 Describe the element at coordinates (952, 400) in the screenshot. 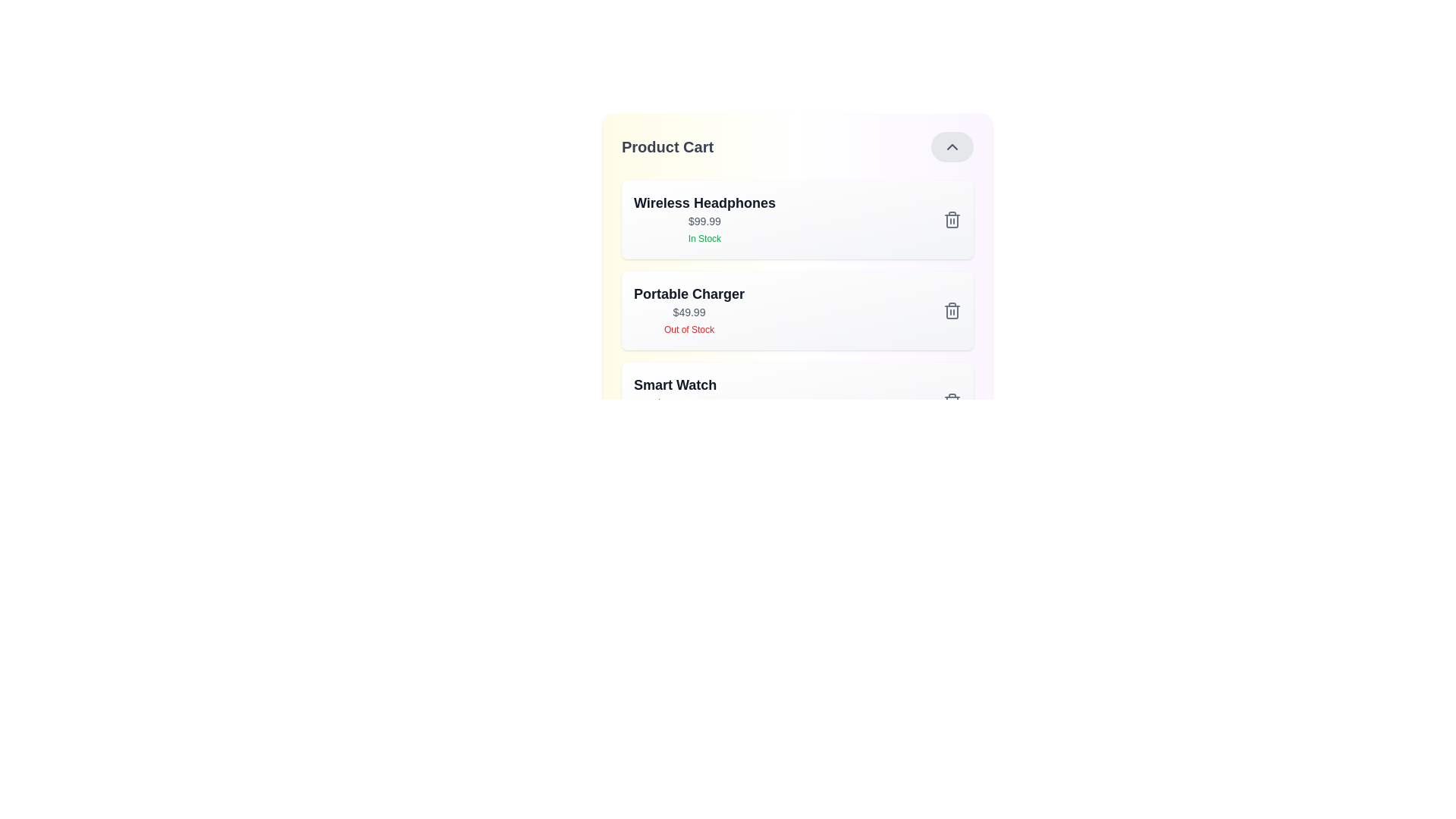

I see `trash icon for Smart Watch to remove it from the cart` at that location.